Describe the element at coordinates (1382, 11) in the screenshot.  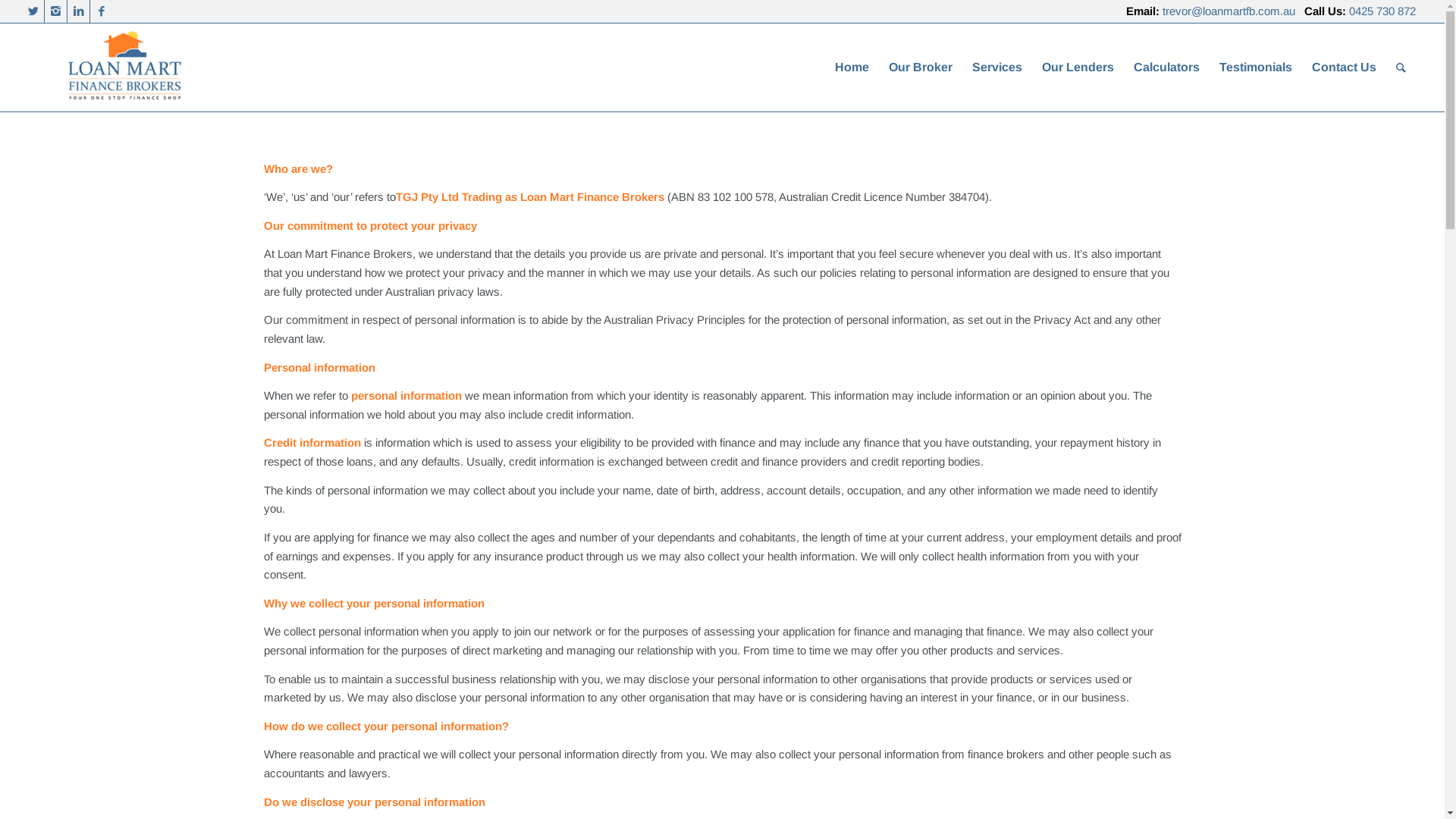
I see `'0425 730 872'` at that location.